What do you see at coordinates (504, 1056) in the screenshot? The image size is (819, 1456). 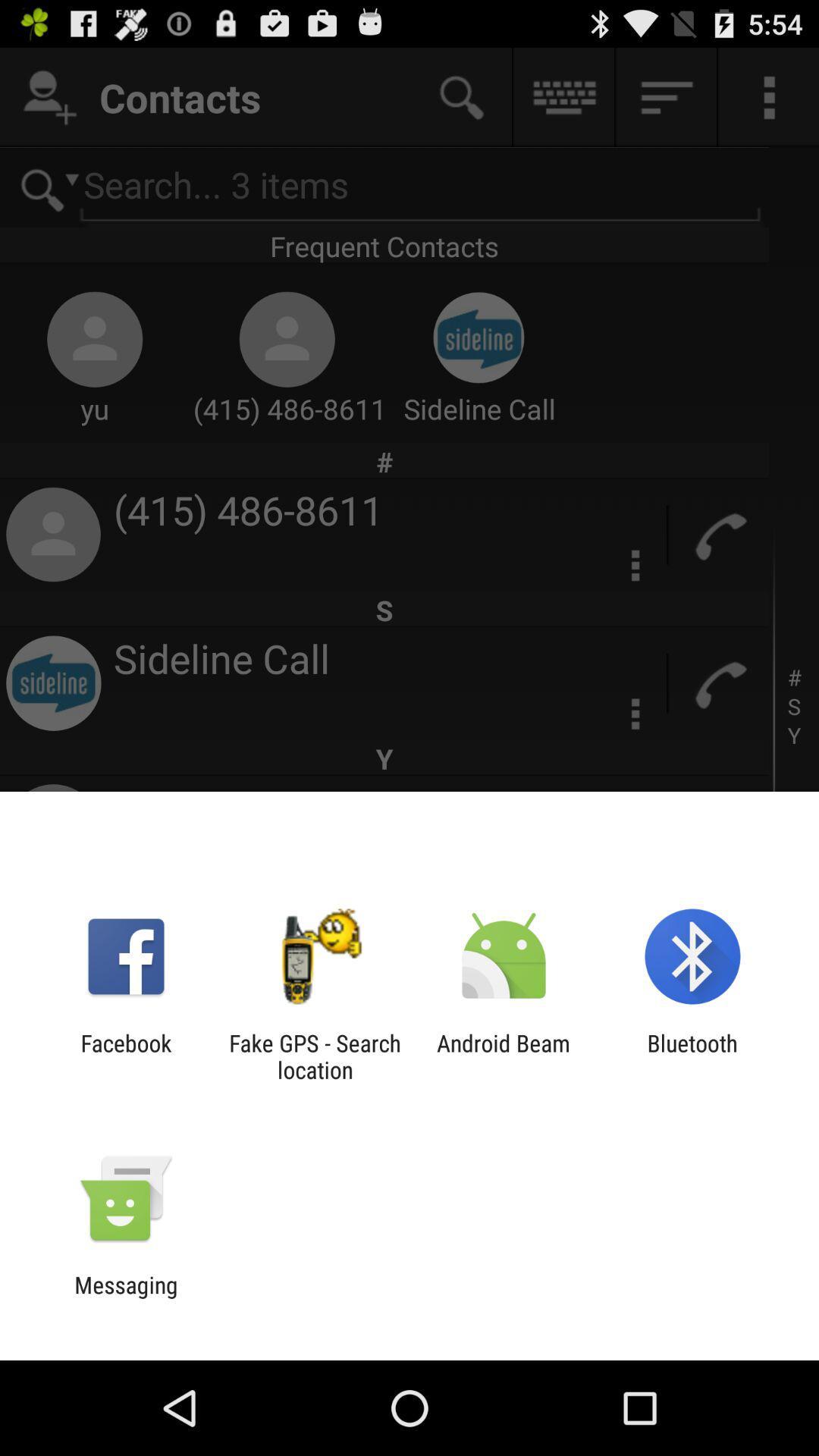 I see `the android beam app` at bounding box center [504, 1056].